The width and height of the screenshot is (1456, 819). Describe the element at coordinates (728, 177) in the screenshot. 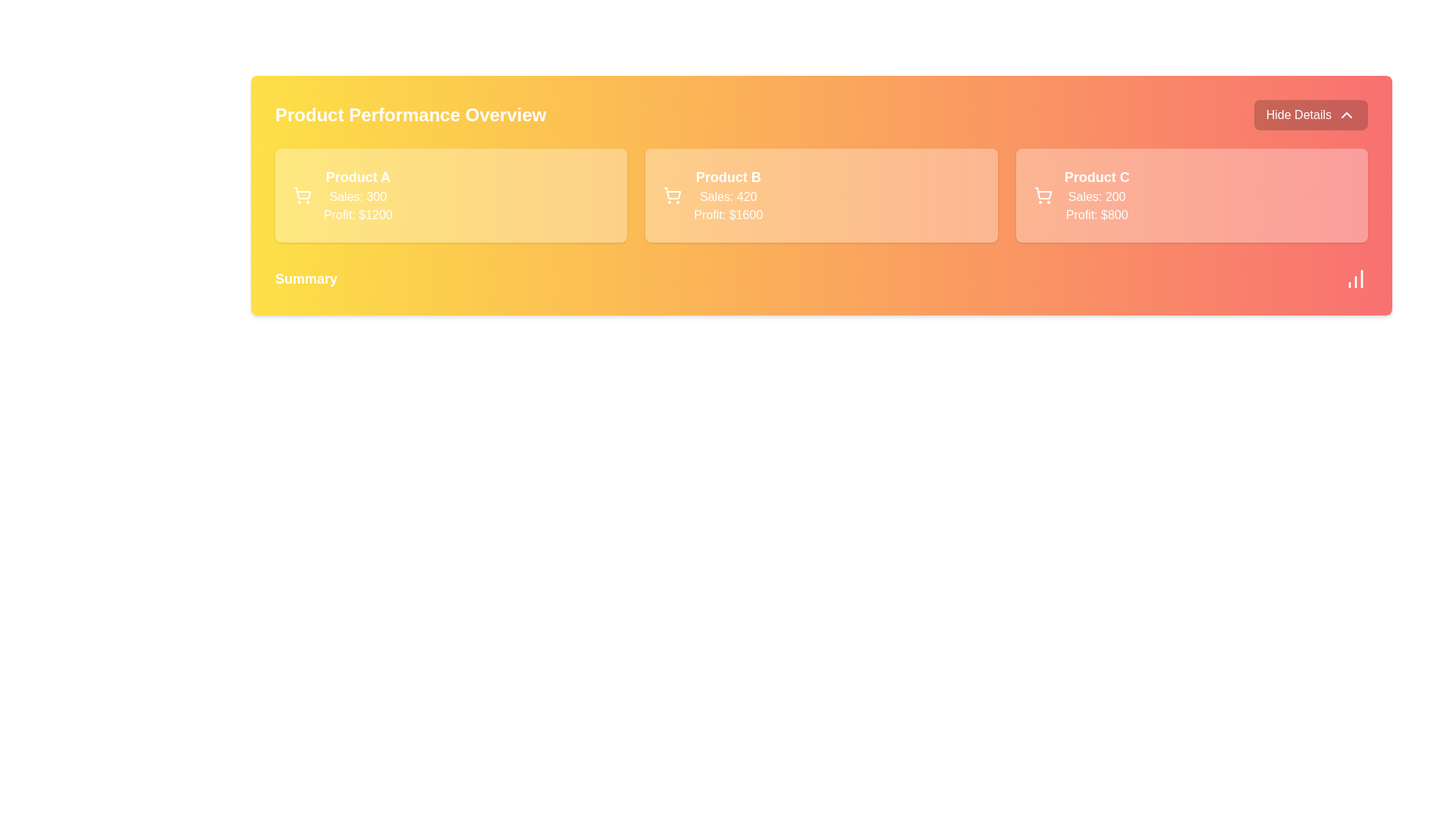

I see `the static text title for the product card, which is the first line of text in the center card among three horizontally arranged cards` at that location.